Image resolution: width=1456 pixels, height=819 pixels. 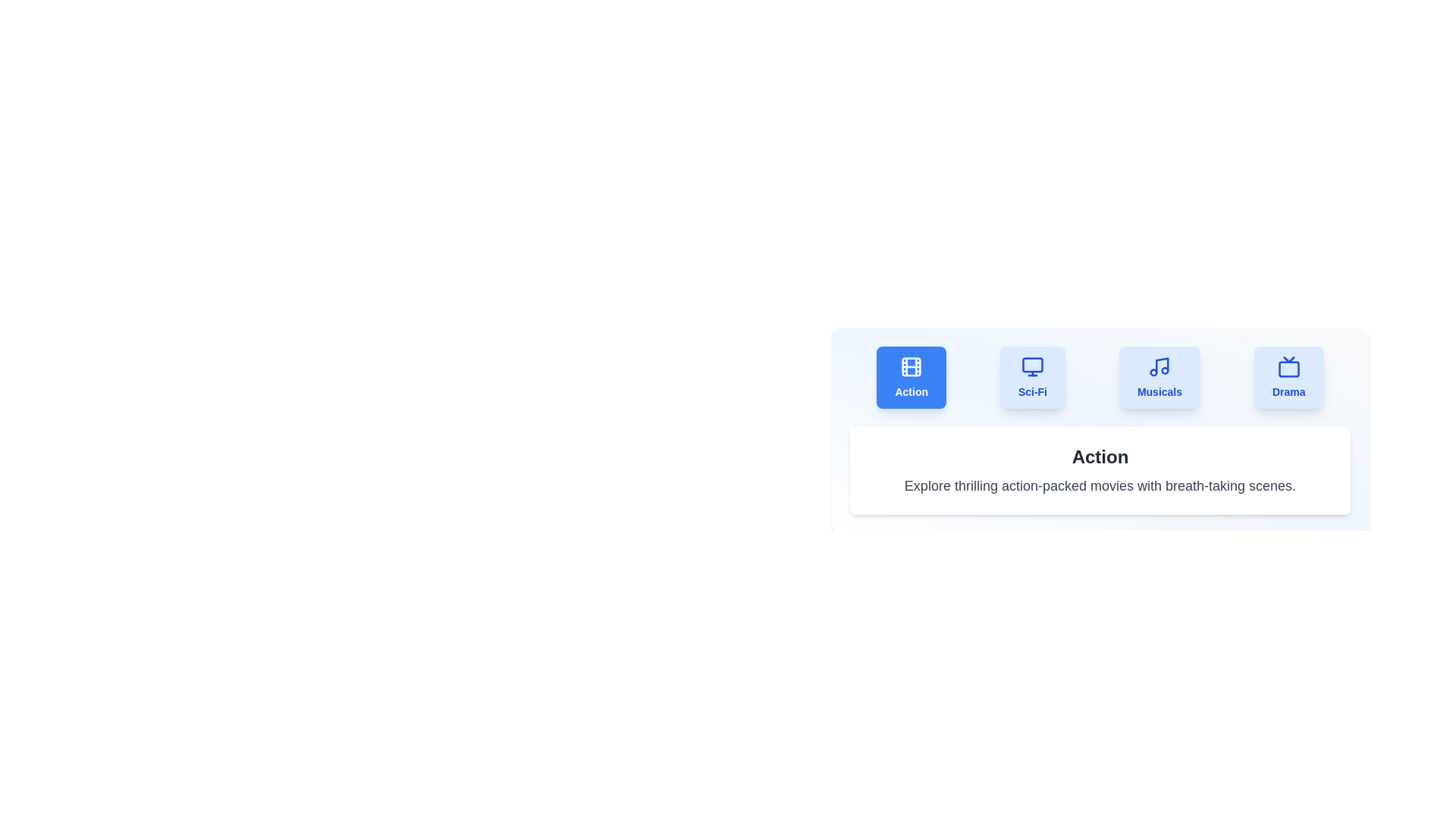 I want to click on the tab labeled 'Musicals' to observe the hover effect, so click(x=1159, y=376).